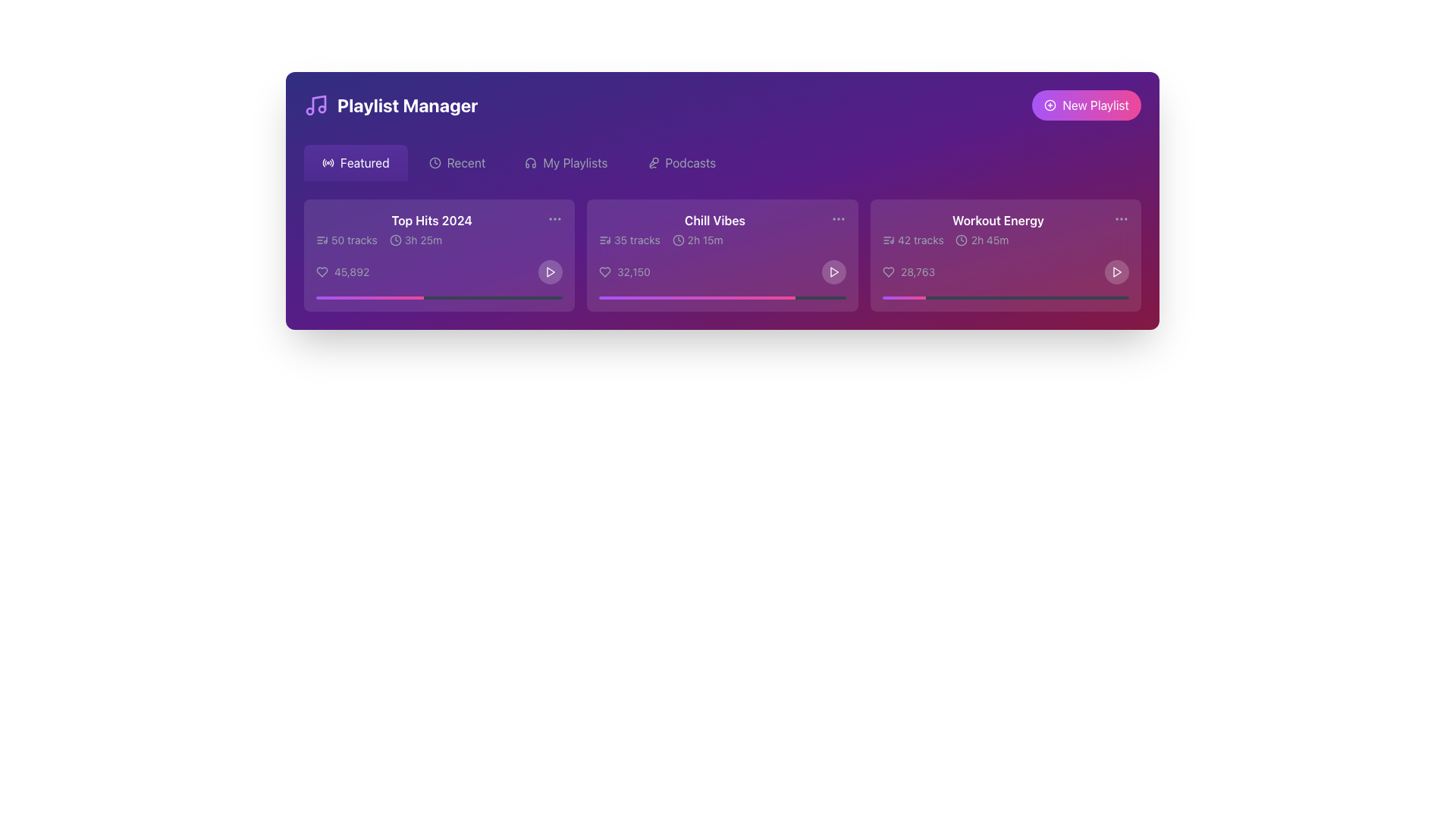  I want to click on the number '45,892' on the interactive button with a heart icon, so click(341, 271).